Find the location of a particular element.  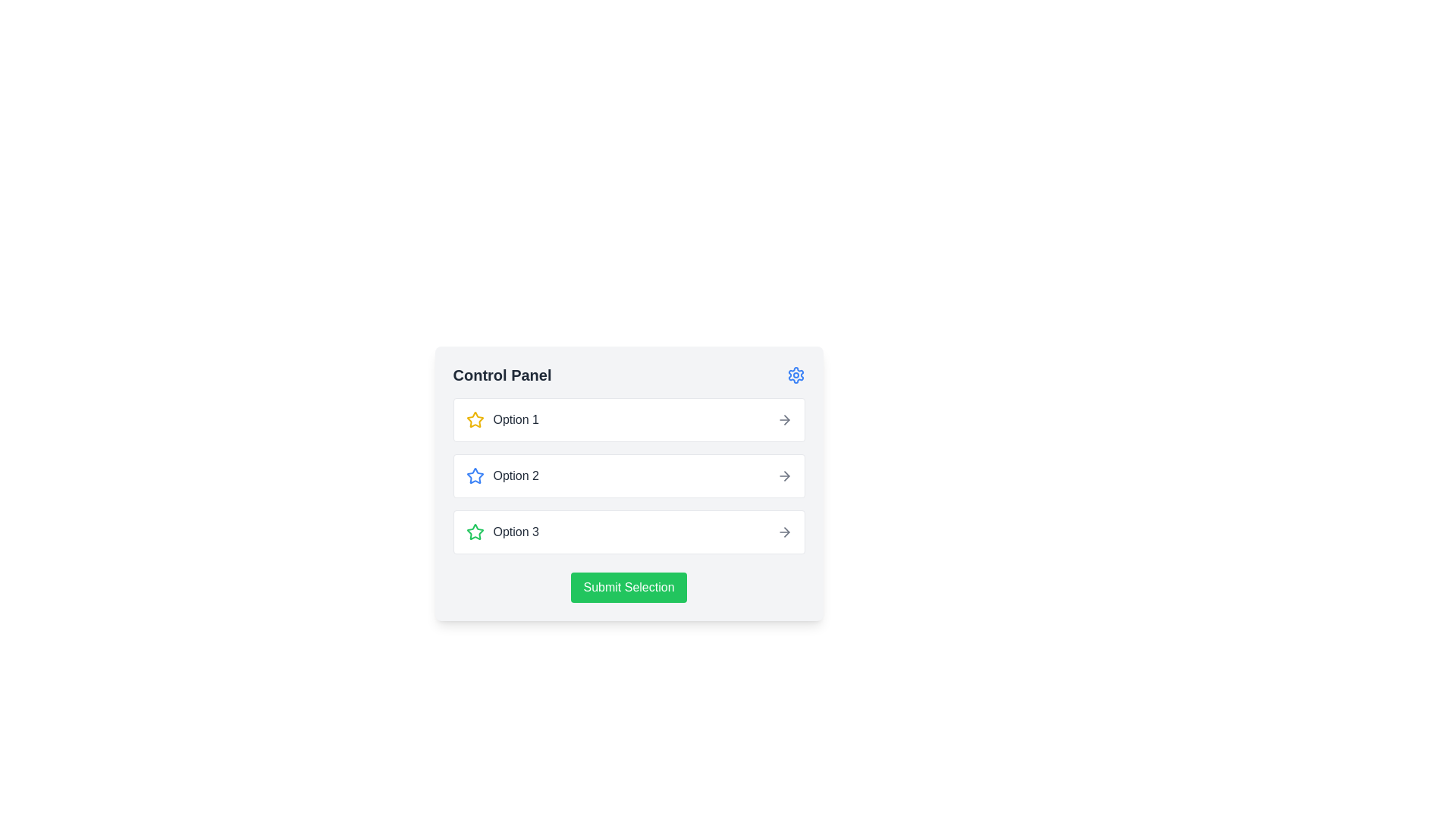

the star icon with a blue outline and lighter blue fill, which is associated with the label 'Option 1' in the control panel layout is located at coordinates (474, 475).